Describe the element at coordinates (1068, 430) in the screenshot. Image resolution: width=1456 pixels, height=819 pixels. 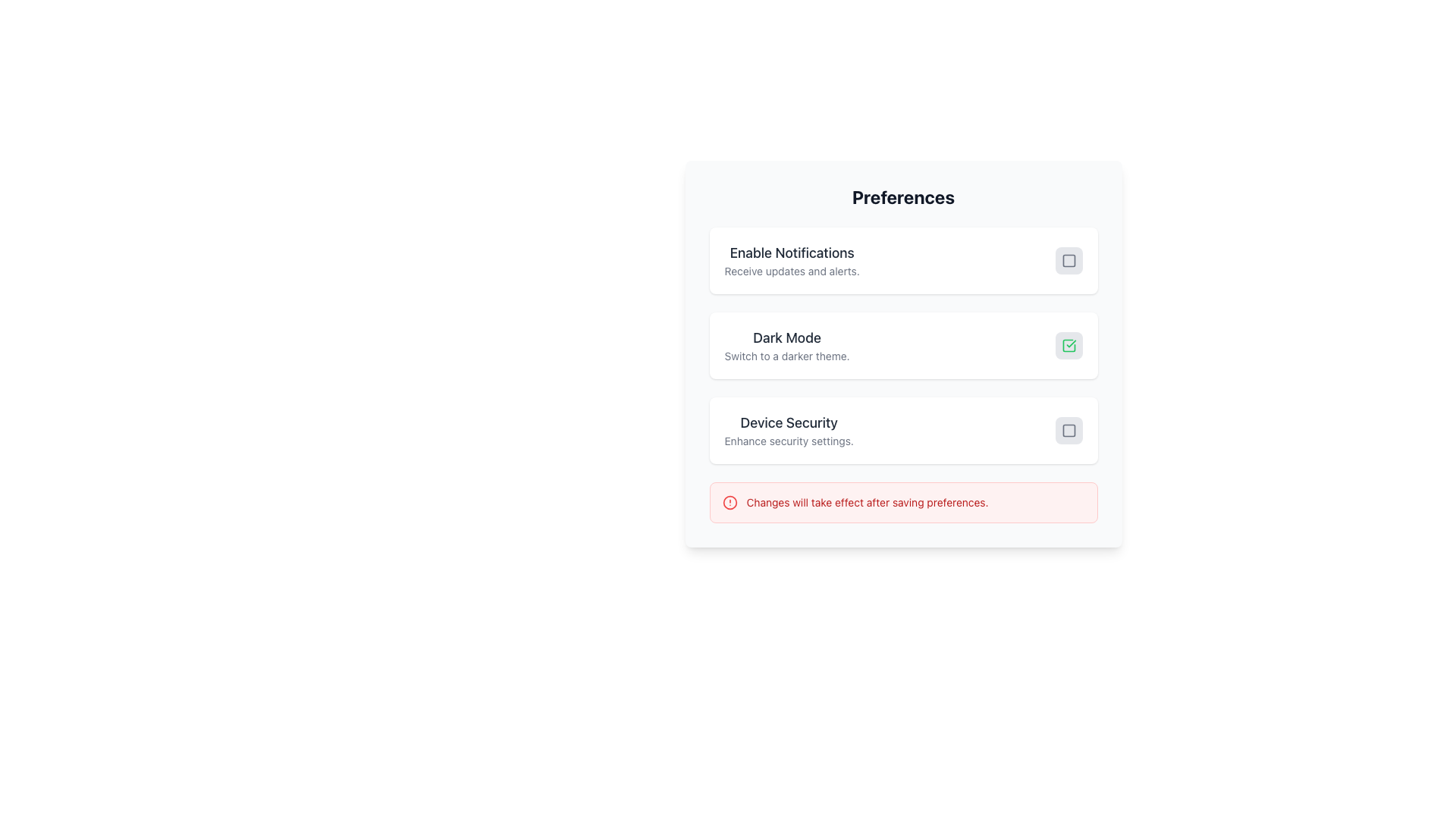
I see `the Device Security action button located on the right side of the 'Device Security' option within the Preferences panel` at that location.